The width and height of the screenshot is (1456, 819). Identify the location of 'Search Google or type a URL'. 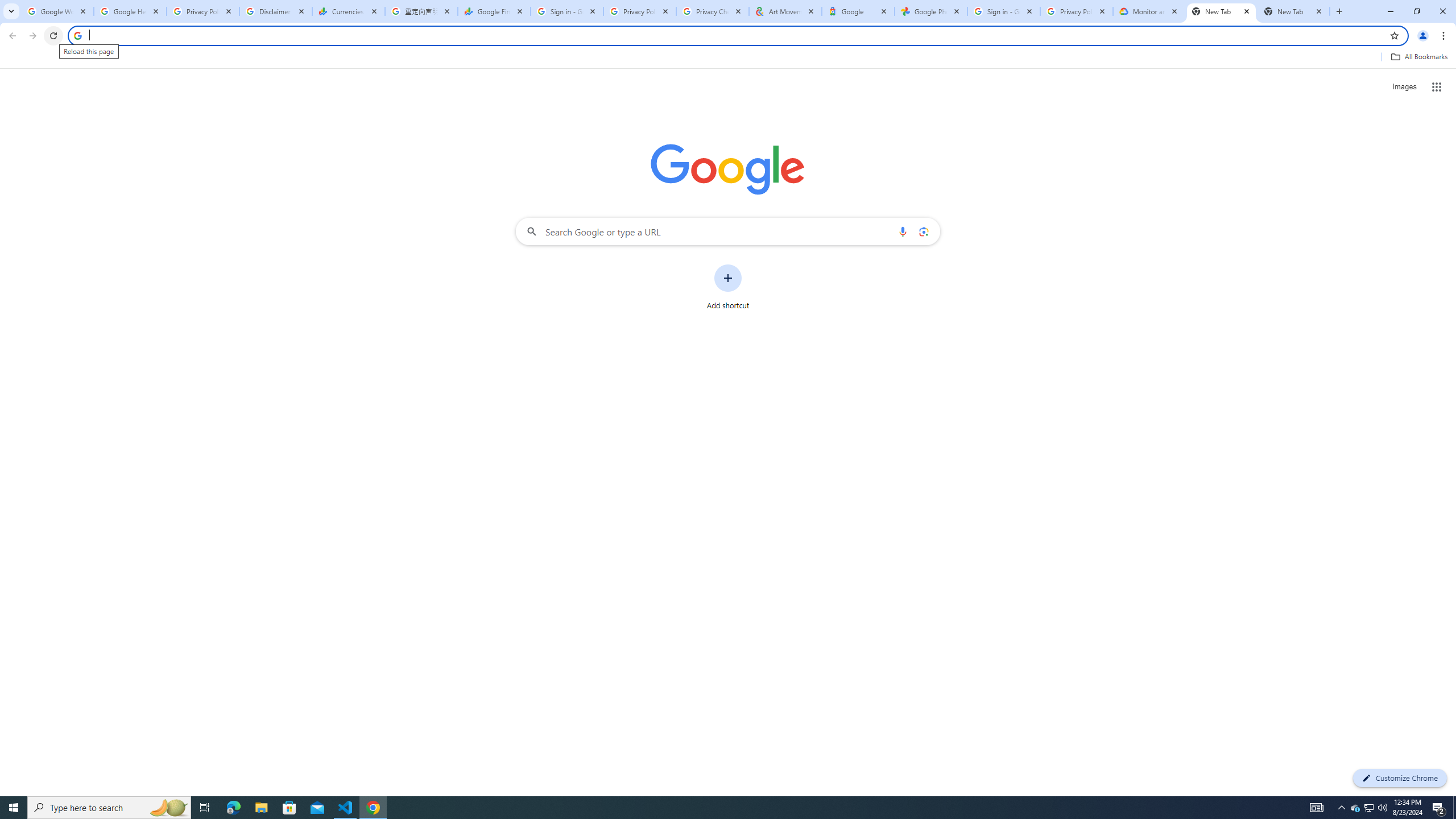
(728, 230).